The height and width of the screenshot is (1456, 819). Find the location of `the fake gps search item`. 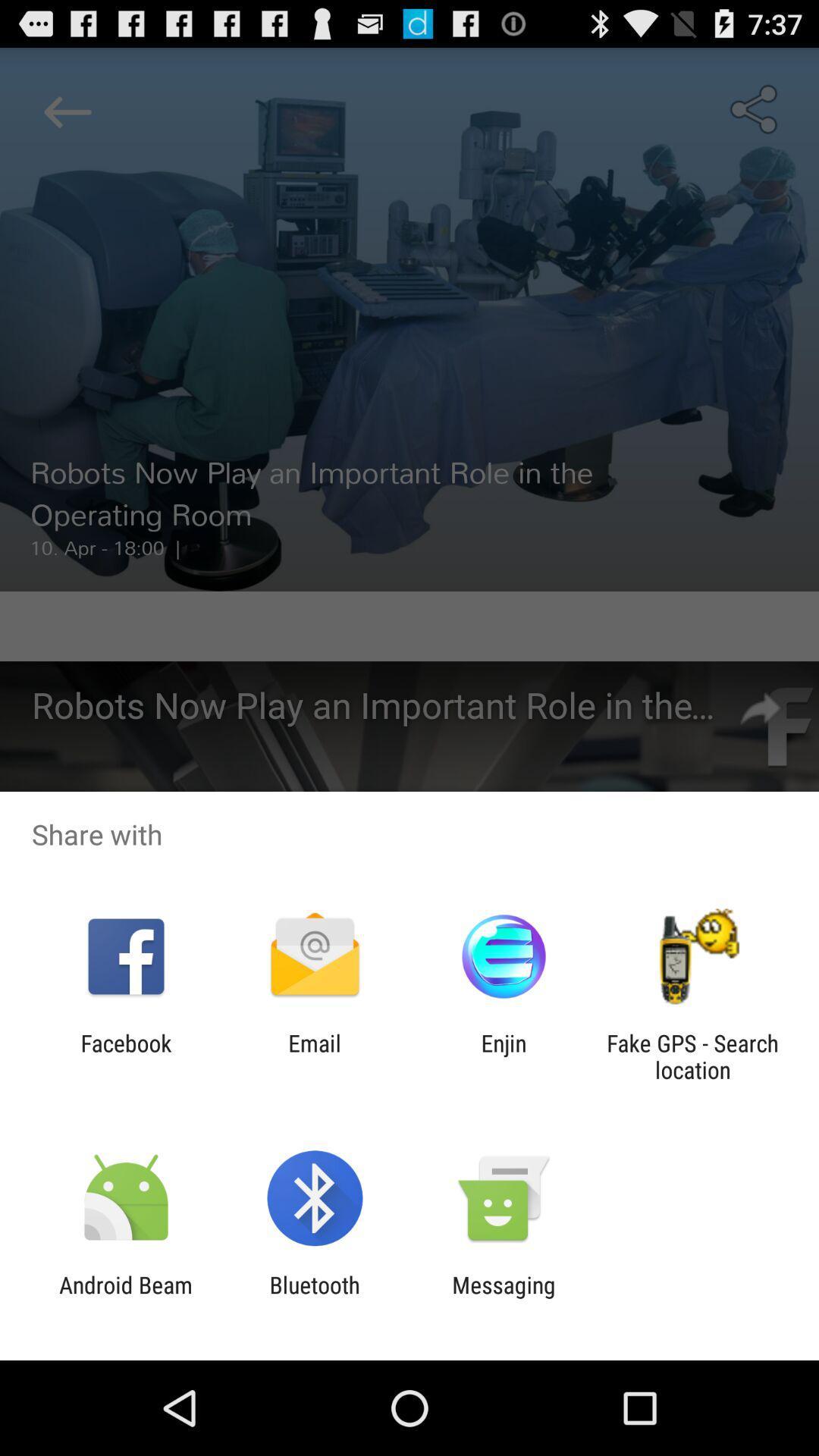

the fake gps search item is located at coordinates (692, 1056).